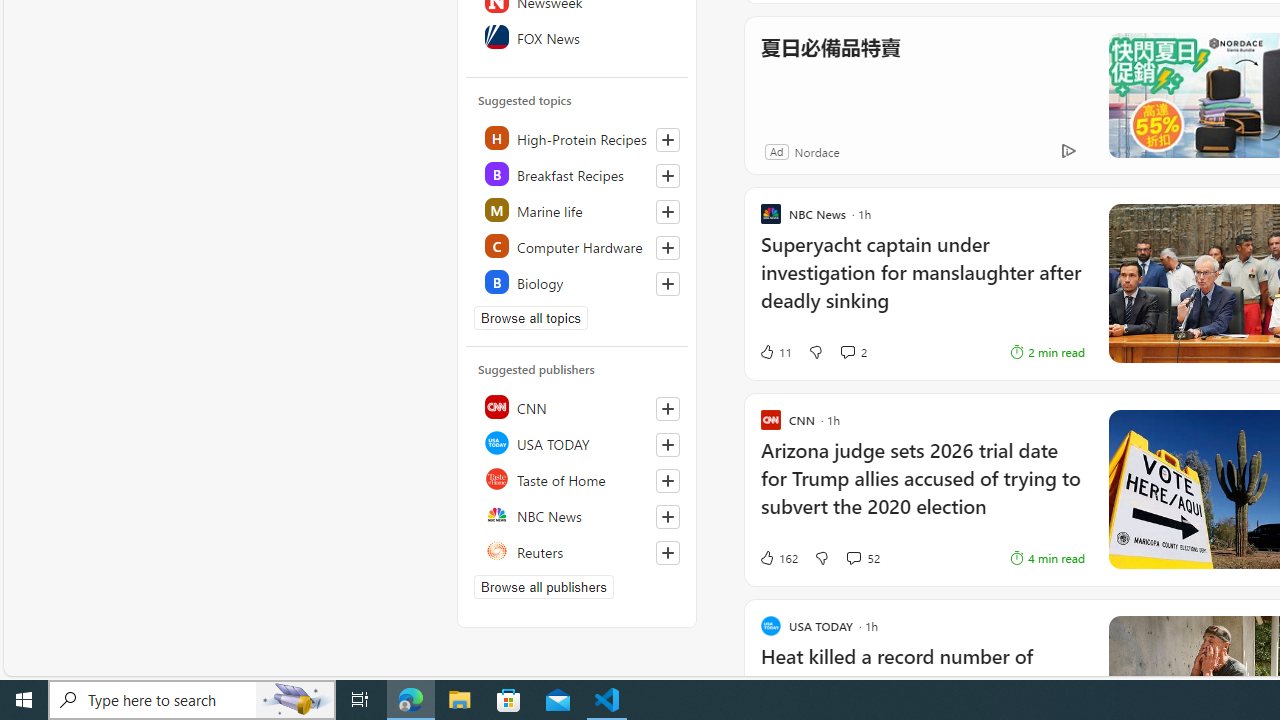 The height and width of the screenshot is (720, 1280). What do you see at coordinates (853, 558) in the screenshot?
I see `'View comments 52 Comment'` at bounding box center [853, 558].